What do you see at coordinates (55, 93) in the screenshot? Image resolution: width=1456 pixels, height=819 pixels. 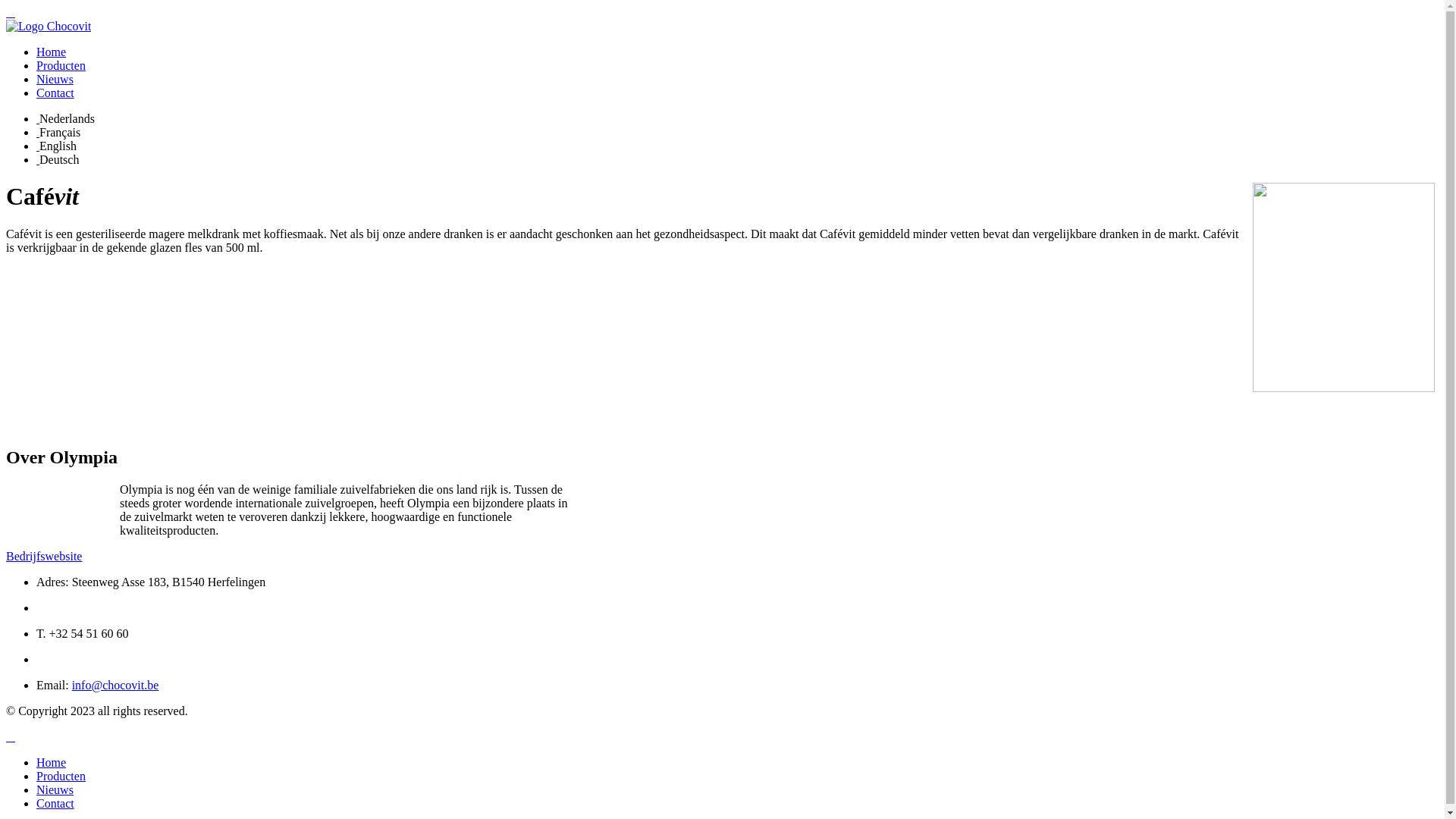 I see `'Contact'` at bounding box center [55, 93].